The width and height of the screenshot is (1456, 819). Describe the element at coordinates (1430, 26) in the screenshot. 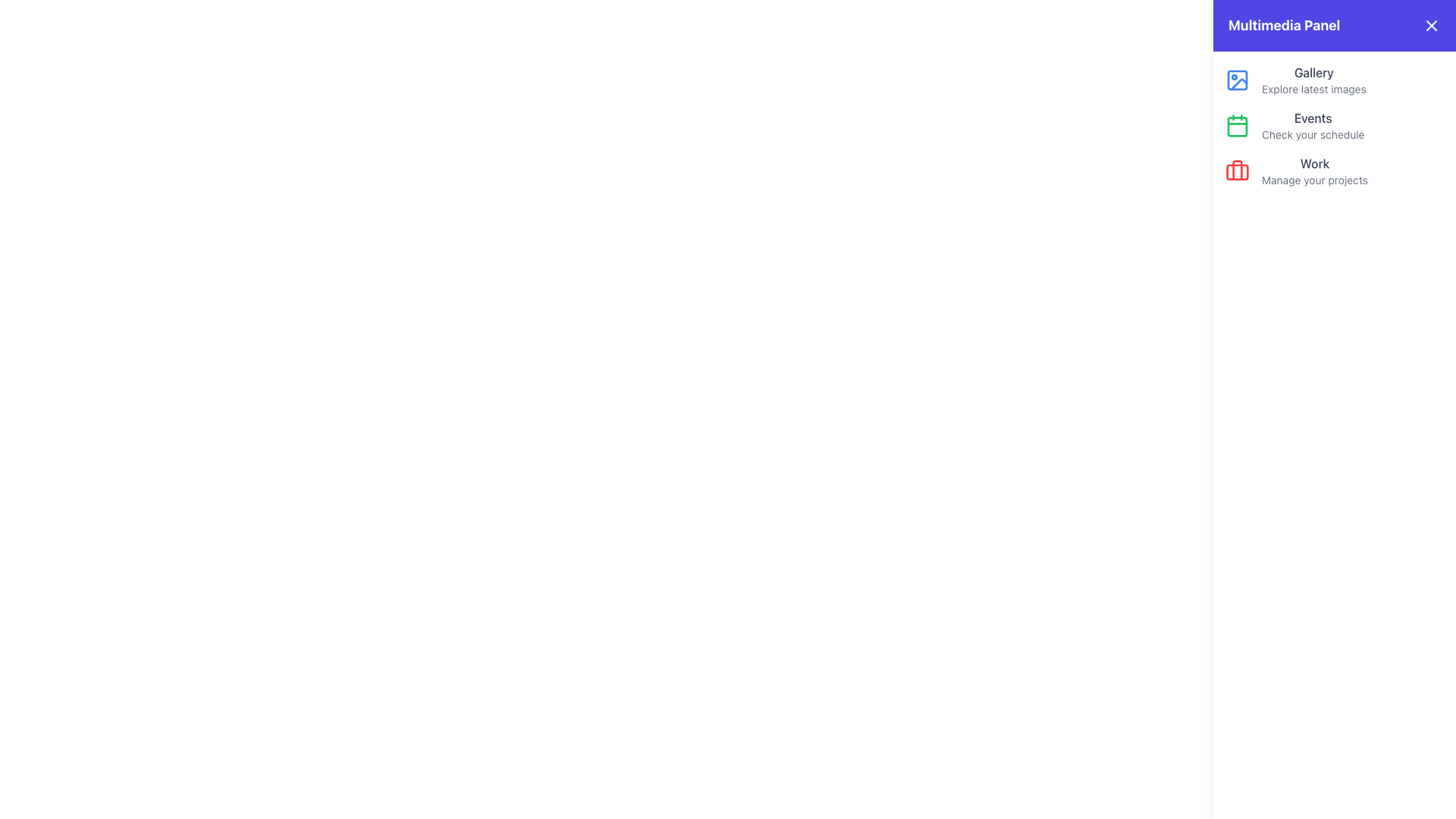

I see `the close button represented by a small 'X' icon in white on a purple background located in the top-right corner of the 'Multimedia Panel' header` at that location.